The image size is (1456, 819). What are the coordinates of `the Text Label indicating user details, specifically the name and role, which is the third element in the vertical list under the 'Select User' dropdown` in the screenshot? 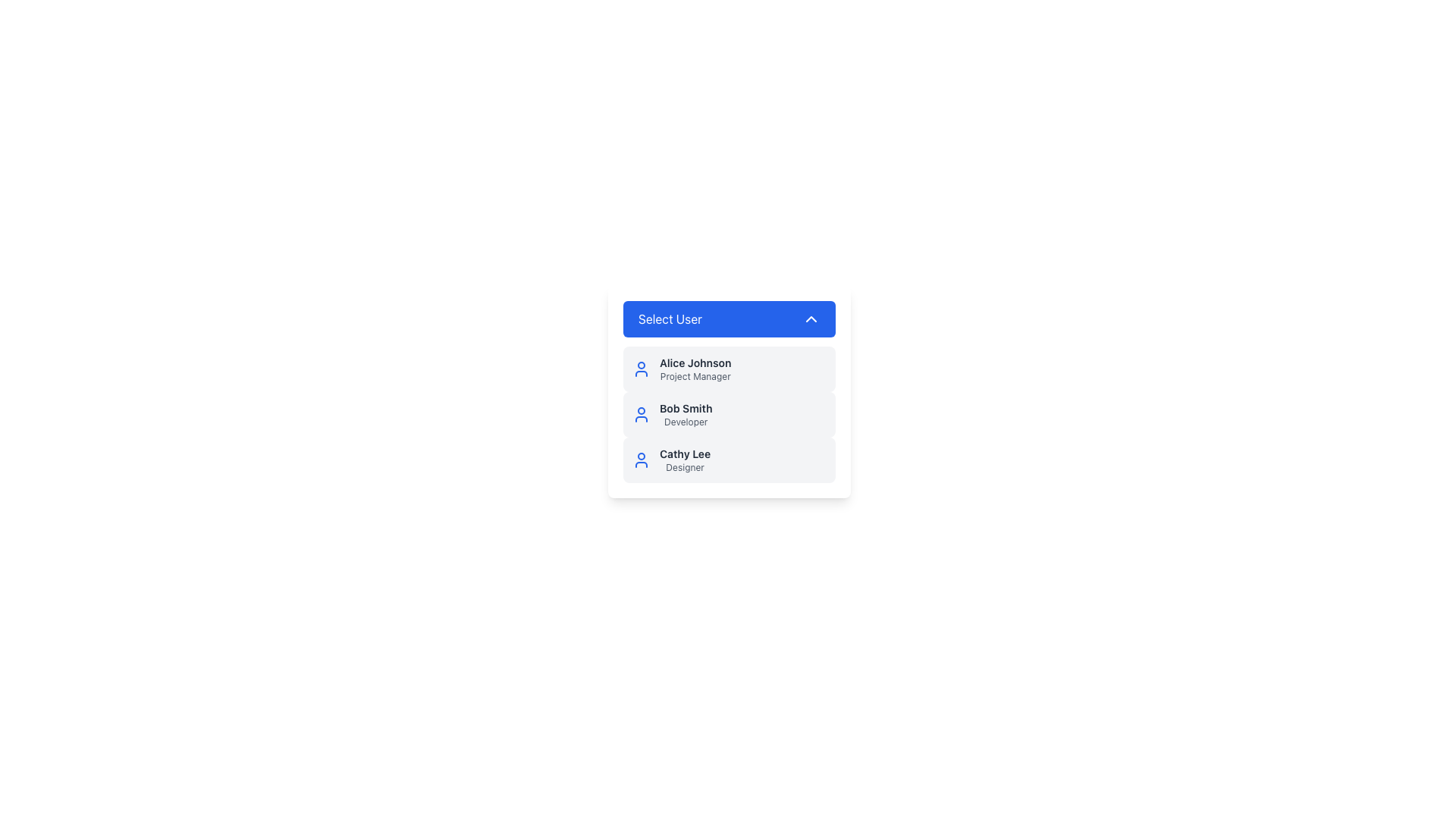 It's located at (684, 453).